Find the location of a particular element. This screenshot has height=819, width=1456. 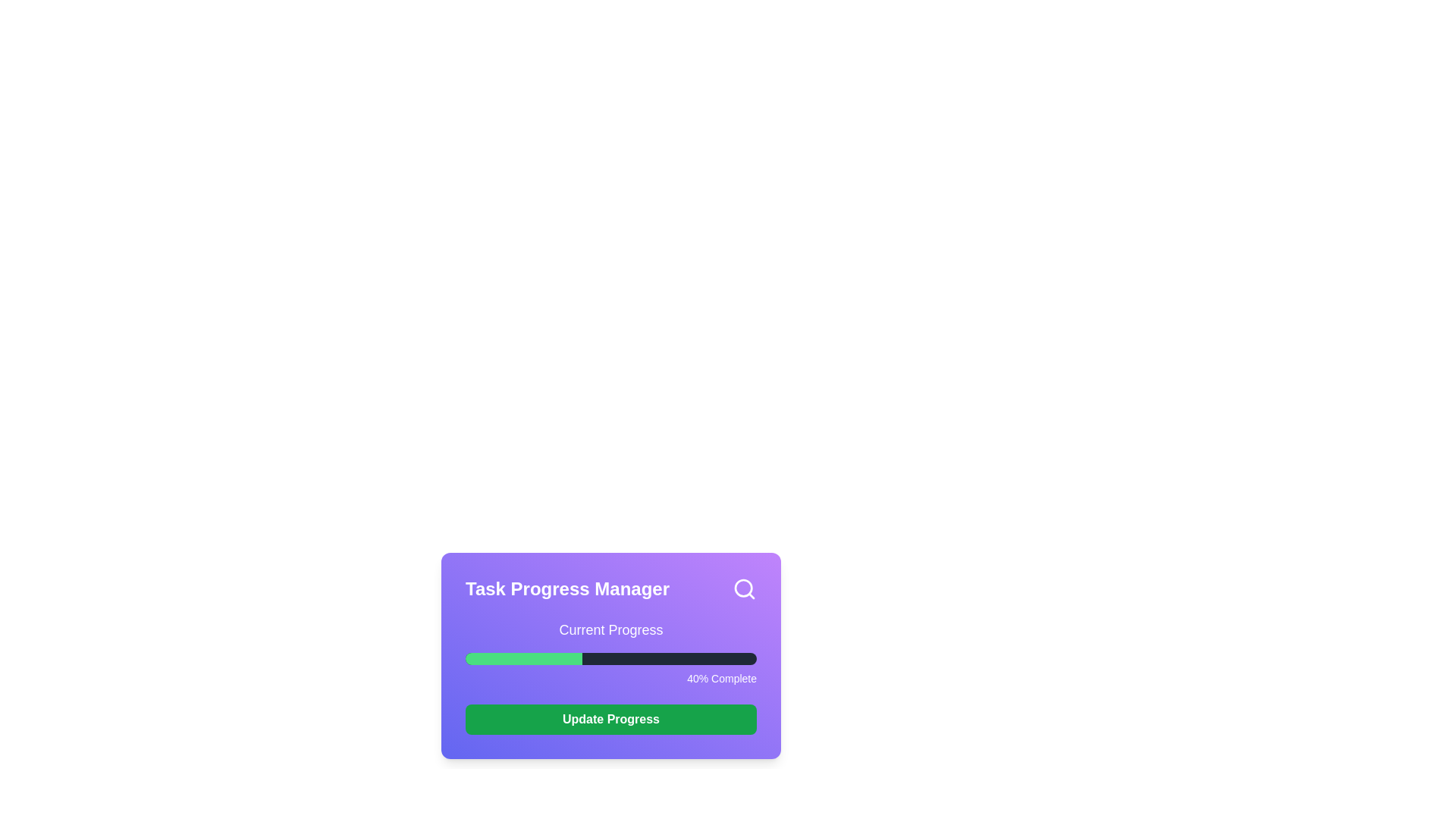

the progress information displayed on the progress bar that visually represents the completion percentage of a task, currently at 40%, located centrally below the 'Current Progress' heading is located at coordinates (611, 654).